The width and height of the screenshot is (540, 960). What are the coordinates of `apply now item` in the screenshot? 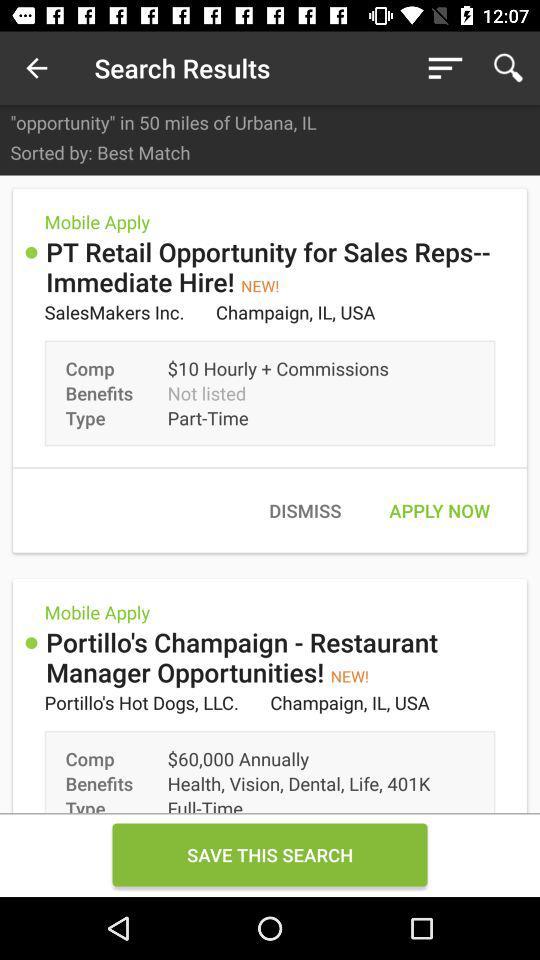 It's located at (438, 509).